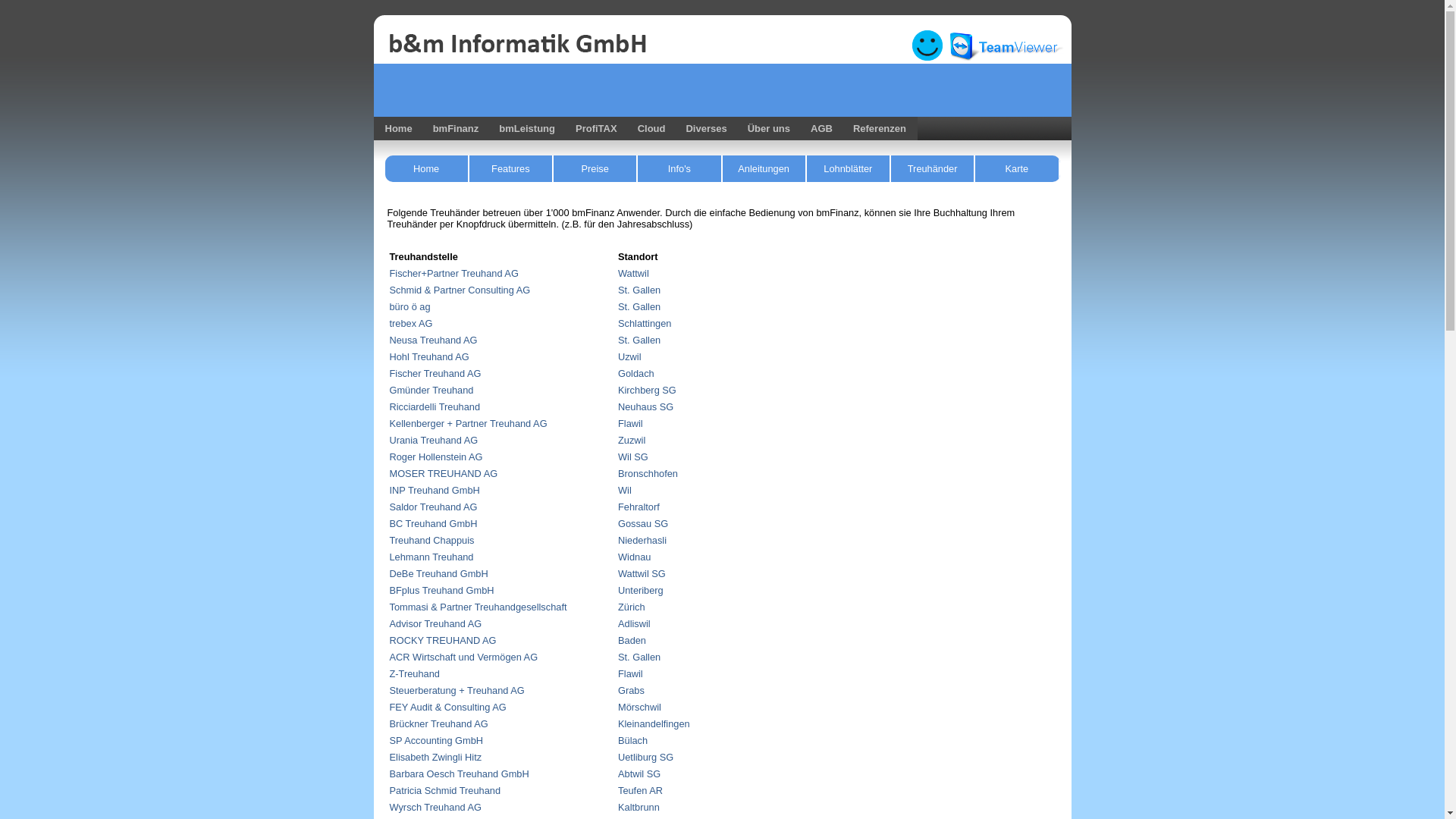 The width and height of the screenshot is (1456, 819). What do you see at coordinates (527, 127) in the screenshot?
I see `'bmLeistung'` at bounding box center [527, 127].